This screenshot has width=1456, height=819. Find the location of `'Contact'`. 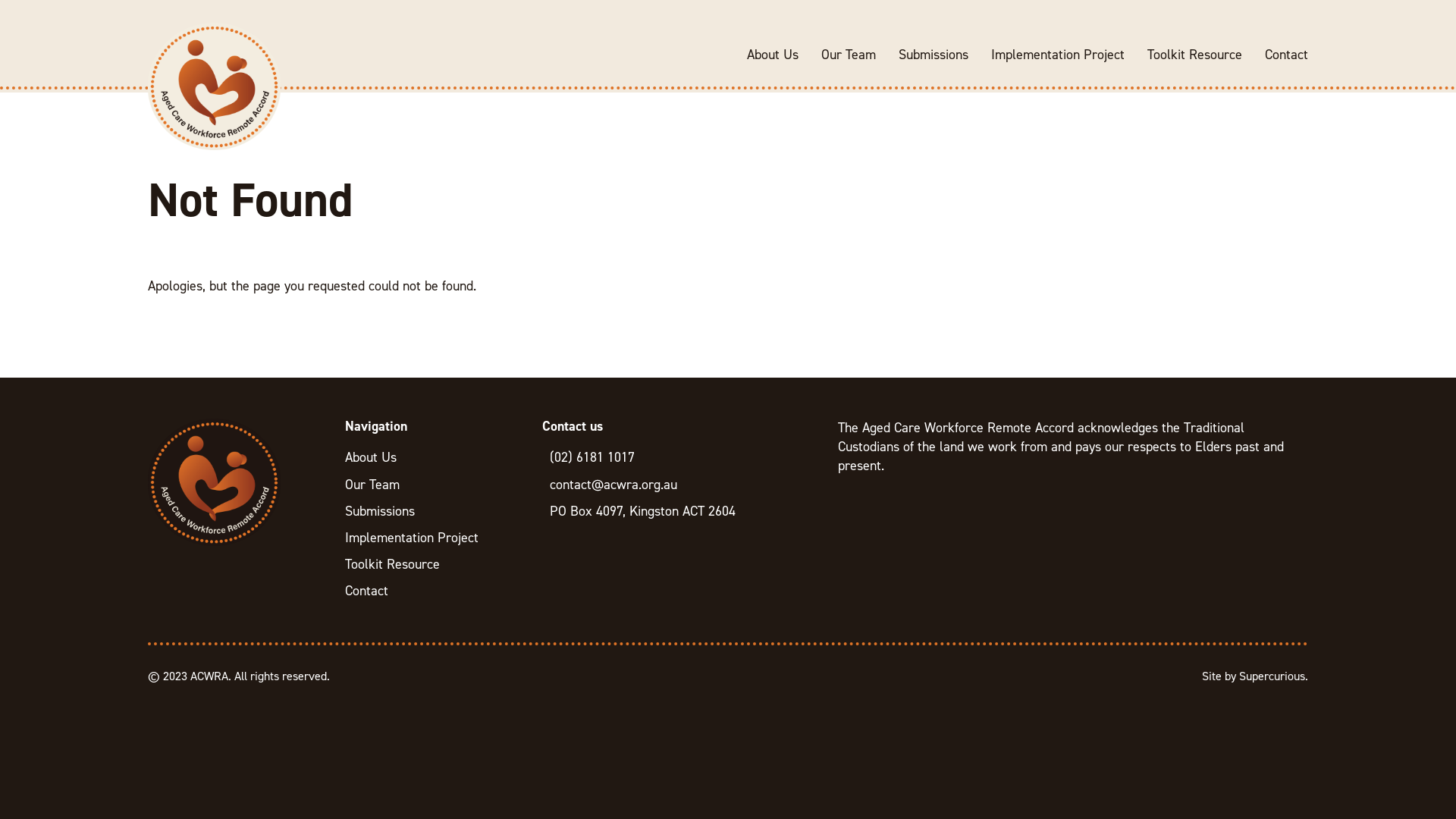

'Contact' is located at coordinates (431, 590).